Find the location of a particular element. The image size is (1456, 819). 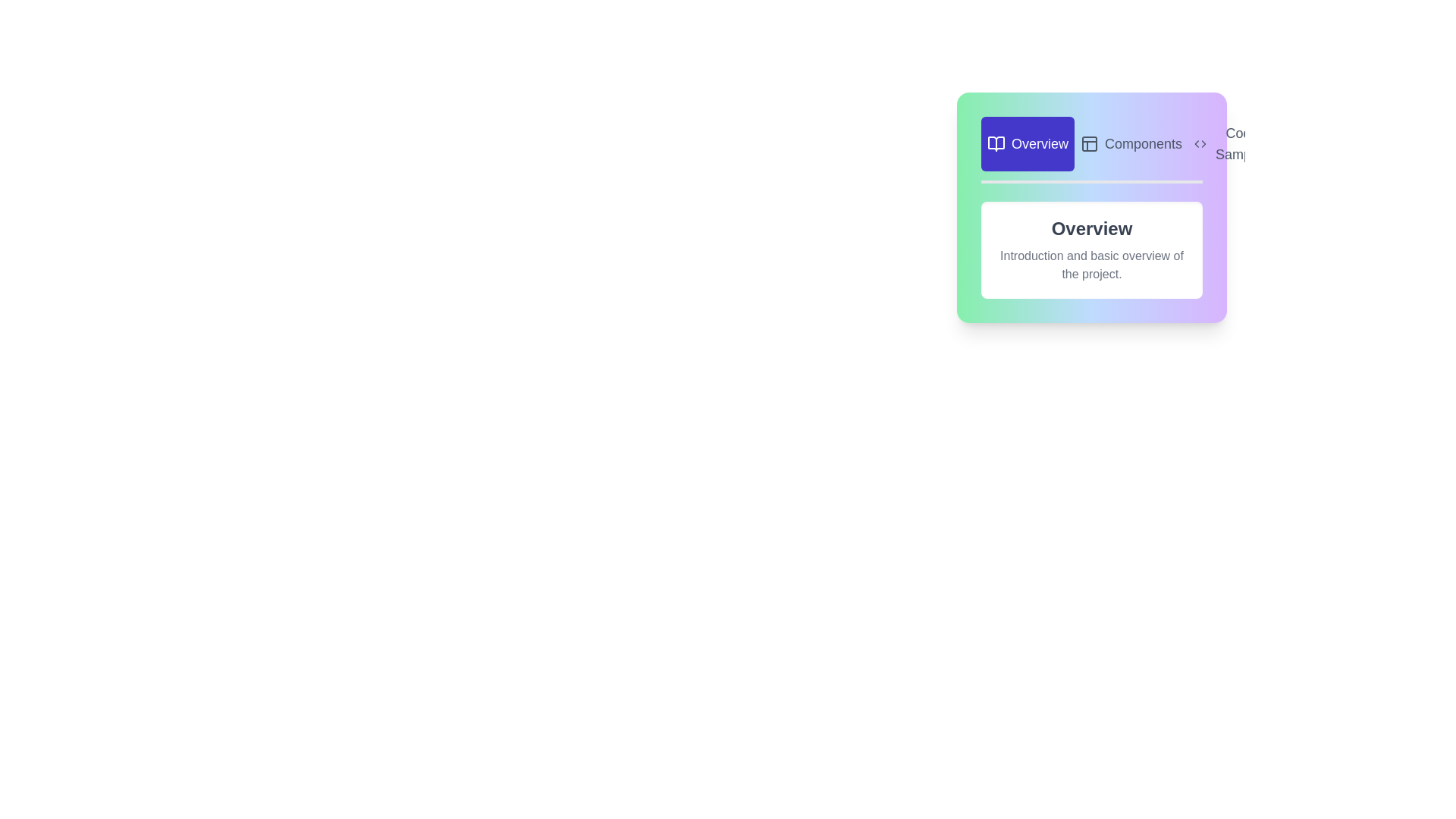

the Overview tab to switch to its content is located at coordinates (1028, 143).